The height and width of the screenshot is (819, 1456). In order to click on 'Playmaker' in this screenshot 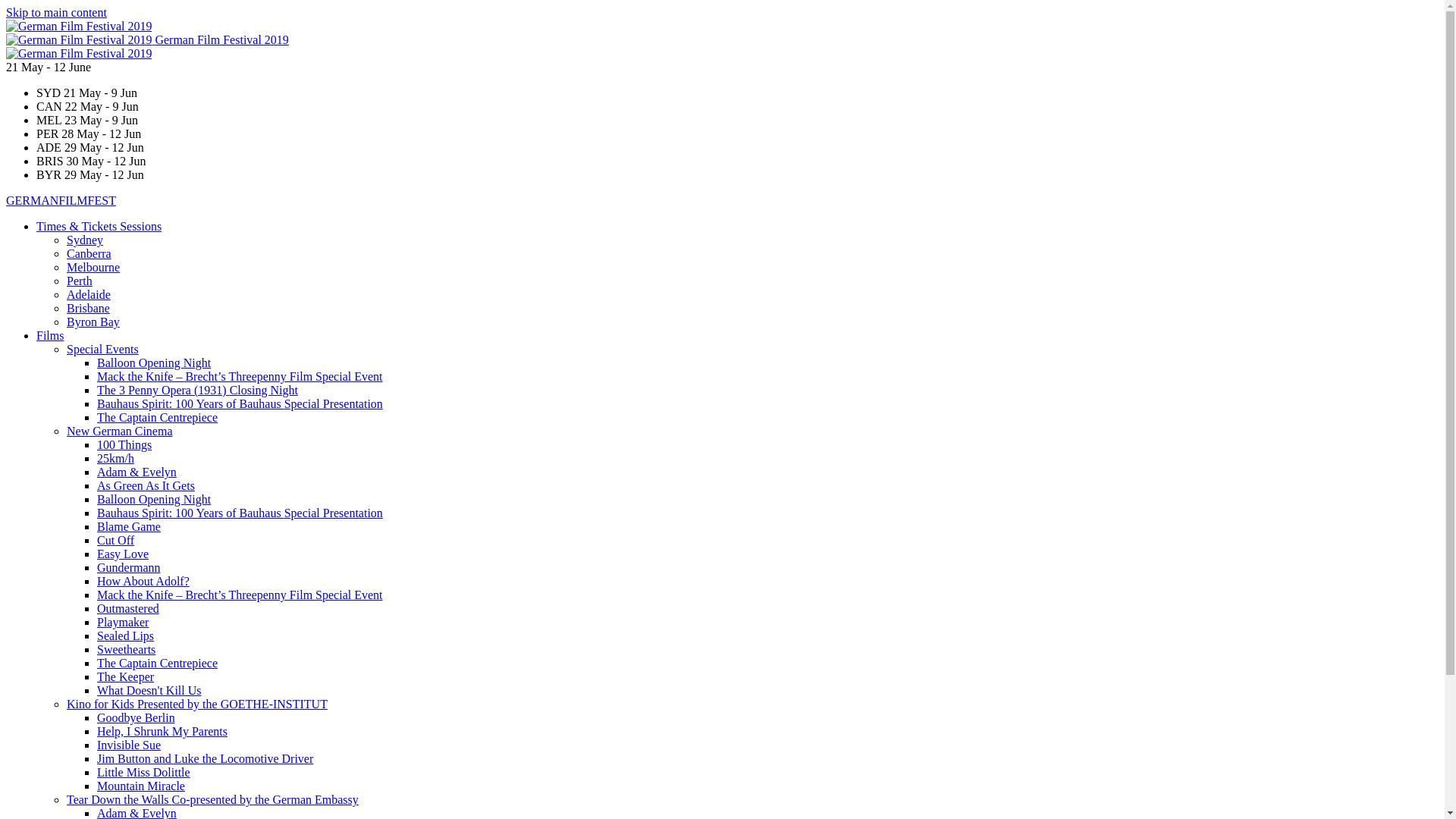, I will do `click(123, 622)`.